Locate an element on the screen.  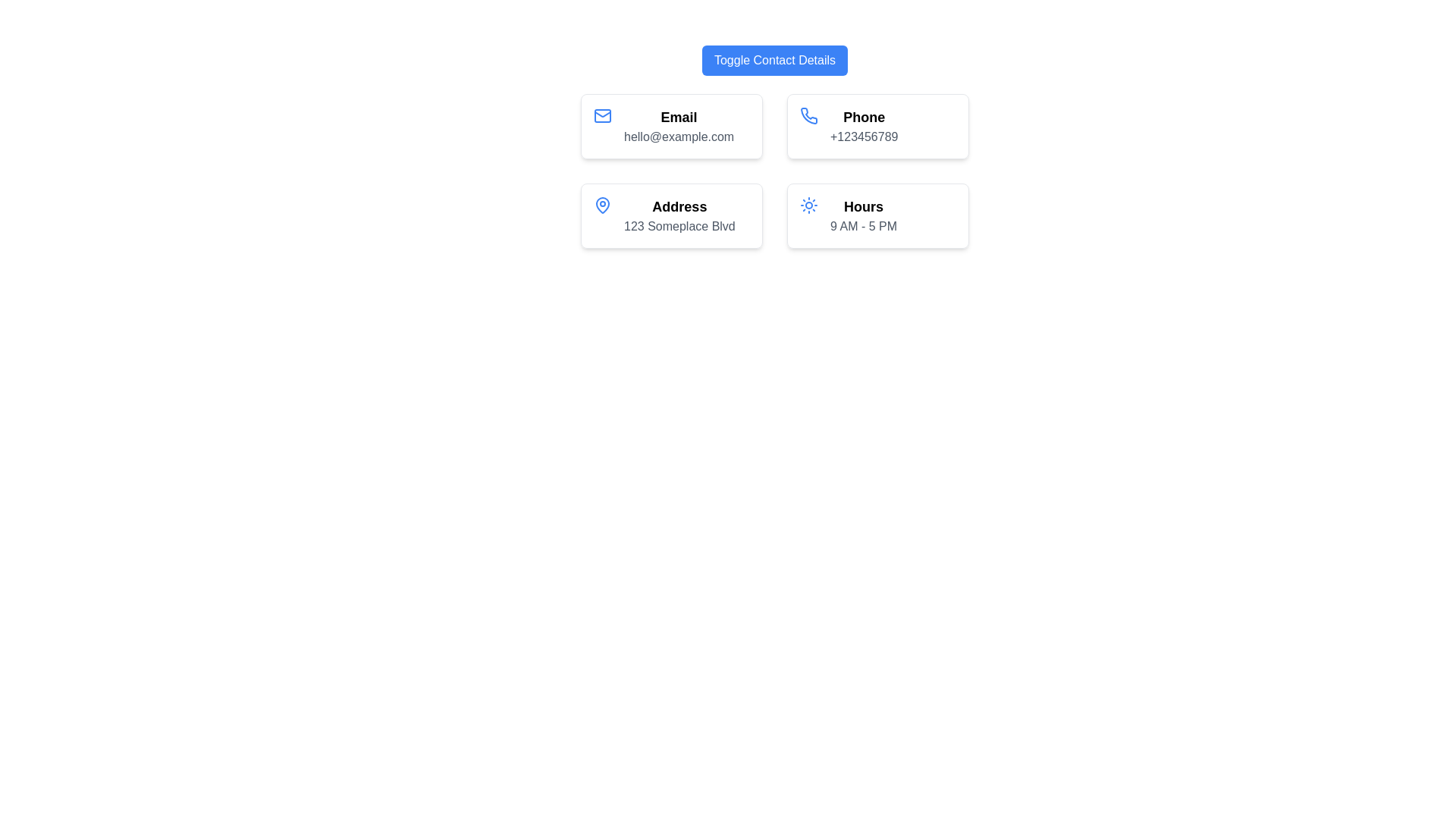
the text block displaying 'Address' and '123 Someplace Blvd.' located in the lower-left quadrant of the grid is located at coordinates (679, 216).